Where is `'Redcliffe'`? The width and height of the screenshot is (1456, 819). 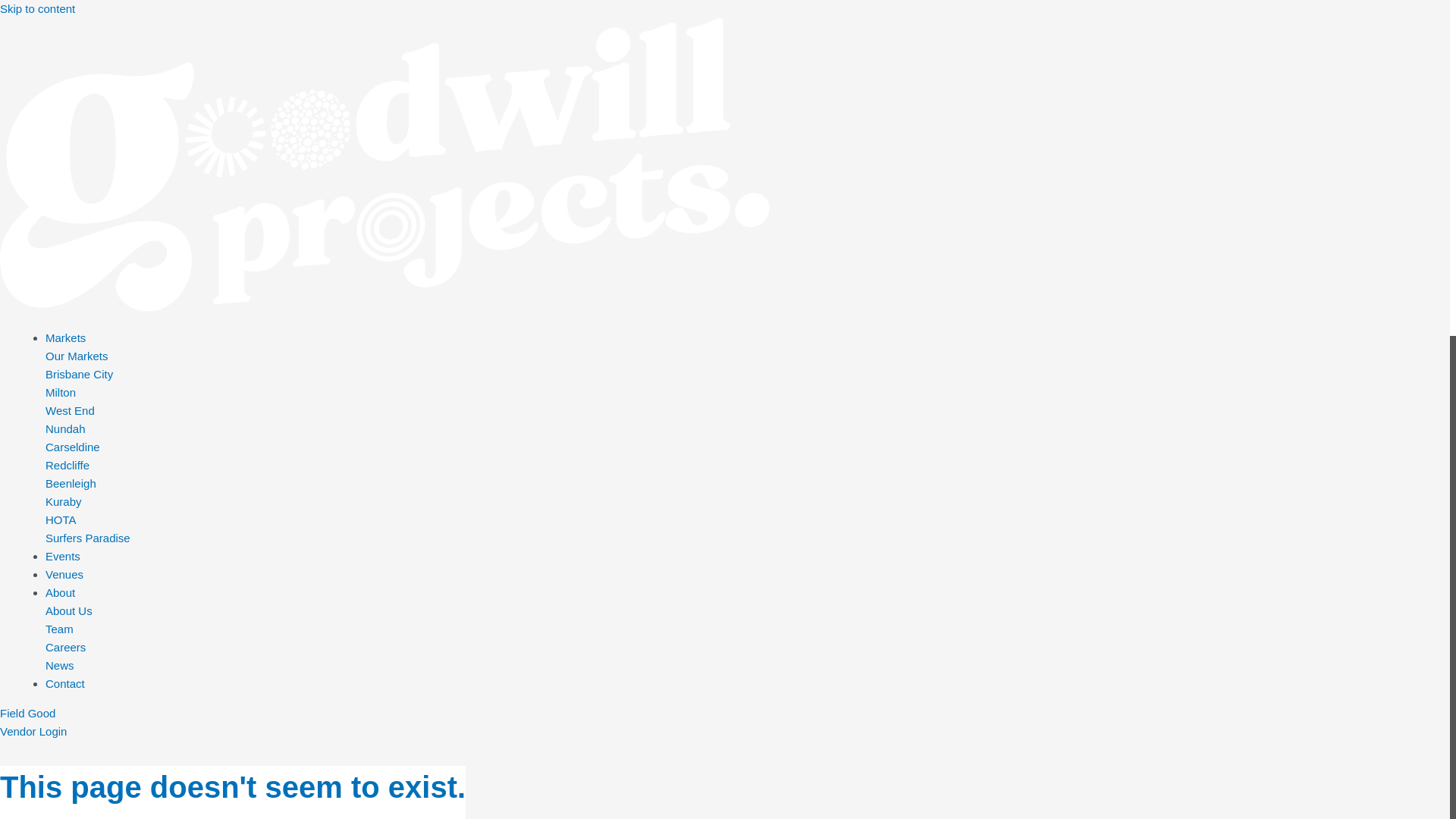
'Redcliffe' is located at coordinates (67, 464).